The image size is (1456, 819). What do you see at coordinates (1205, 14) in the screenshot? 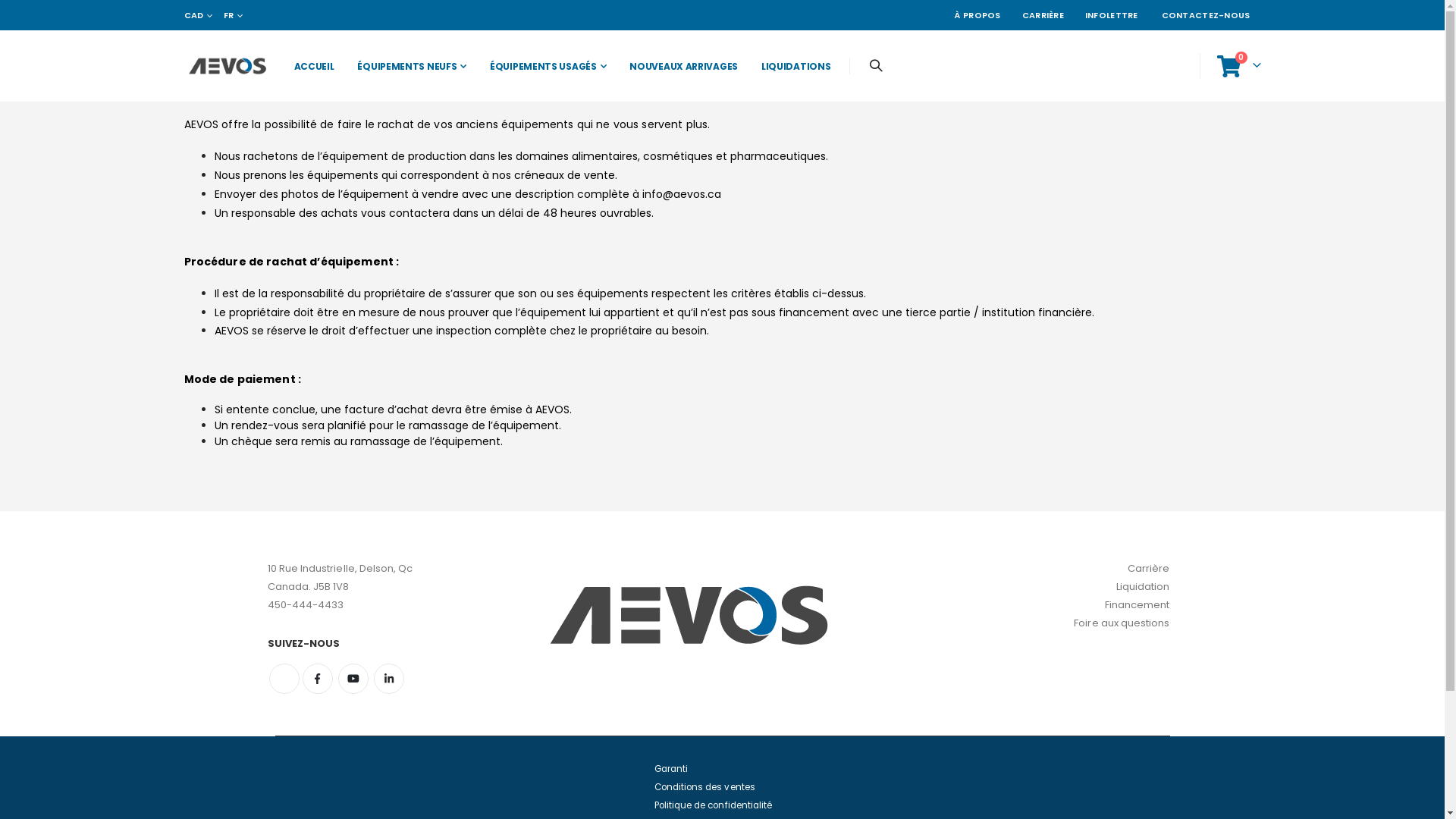
I see `'CONTACTEZ-NOUS'` at bounding box center [1205, 14].